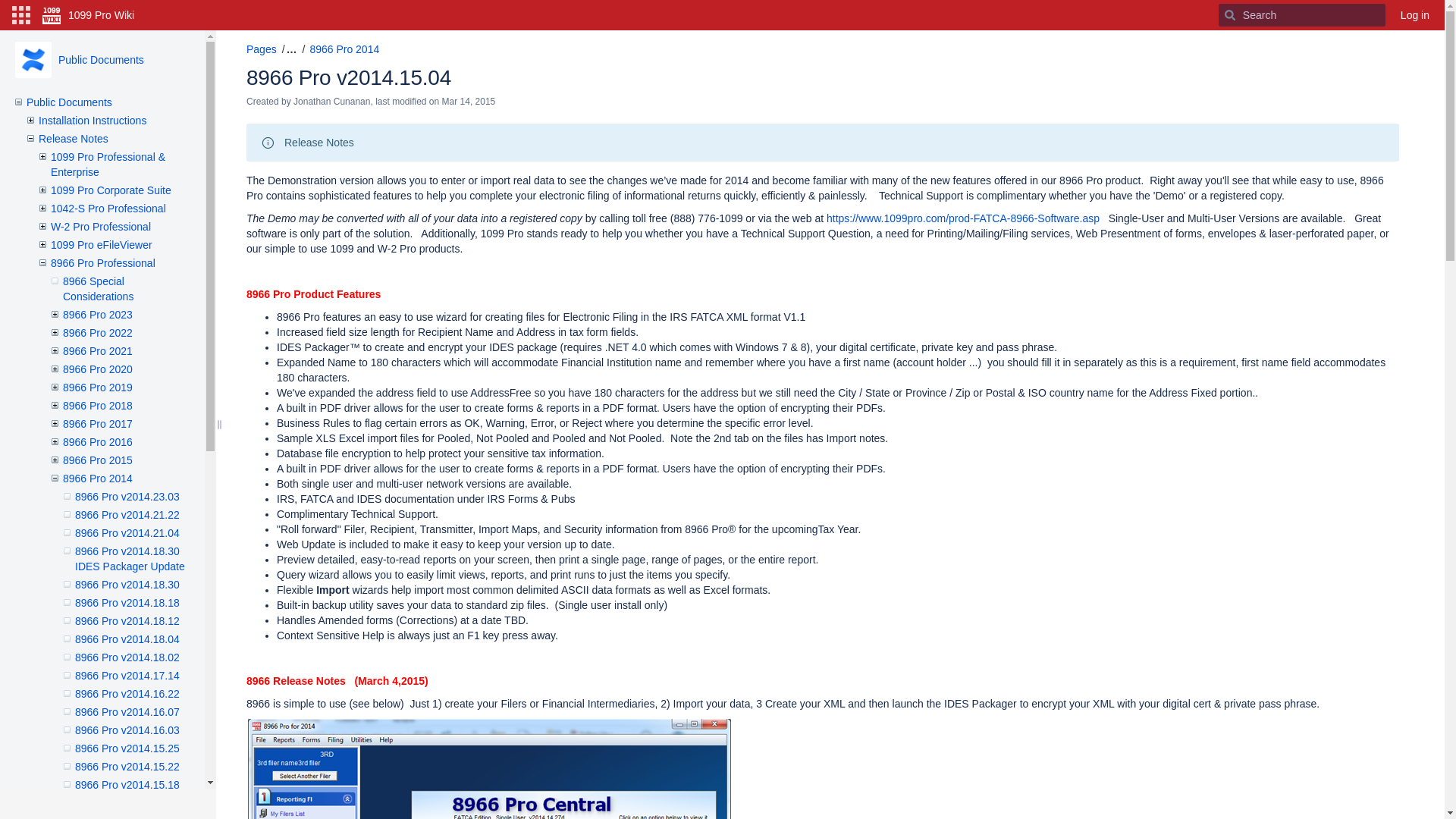 The width and height of the screenshot is (1456, 819). I want to click on 'Jonathan Cunanan', so click(331, 102).